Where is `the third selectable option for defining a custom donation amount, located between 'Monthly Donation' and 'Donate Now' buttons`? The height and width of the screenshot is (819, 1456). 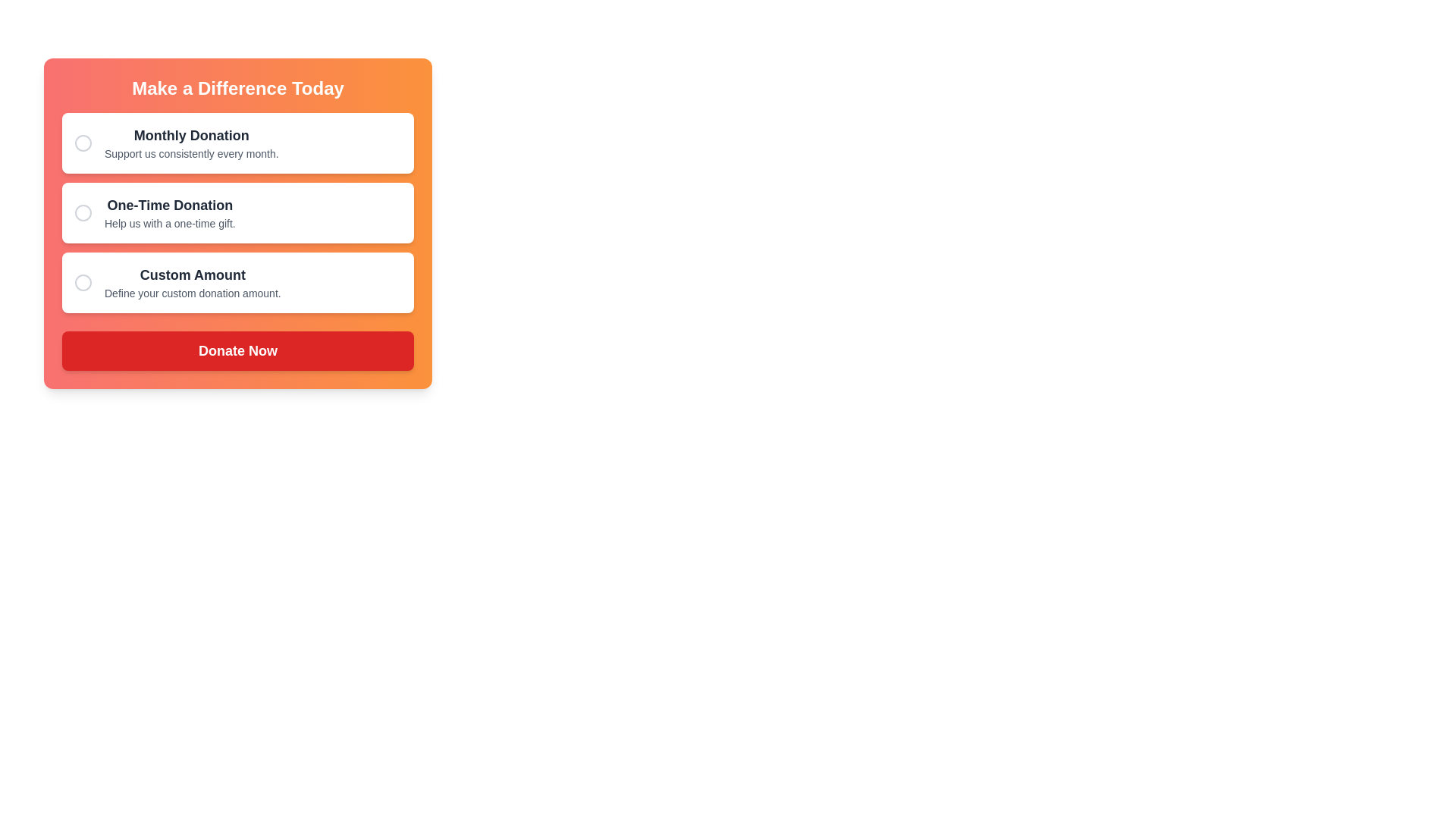 the third selectable option for defining a custom donation amount, located between 'Monthly Donation' and 'Donate Now' buttons is located at coordinates (192, 283).